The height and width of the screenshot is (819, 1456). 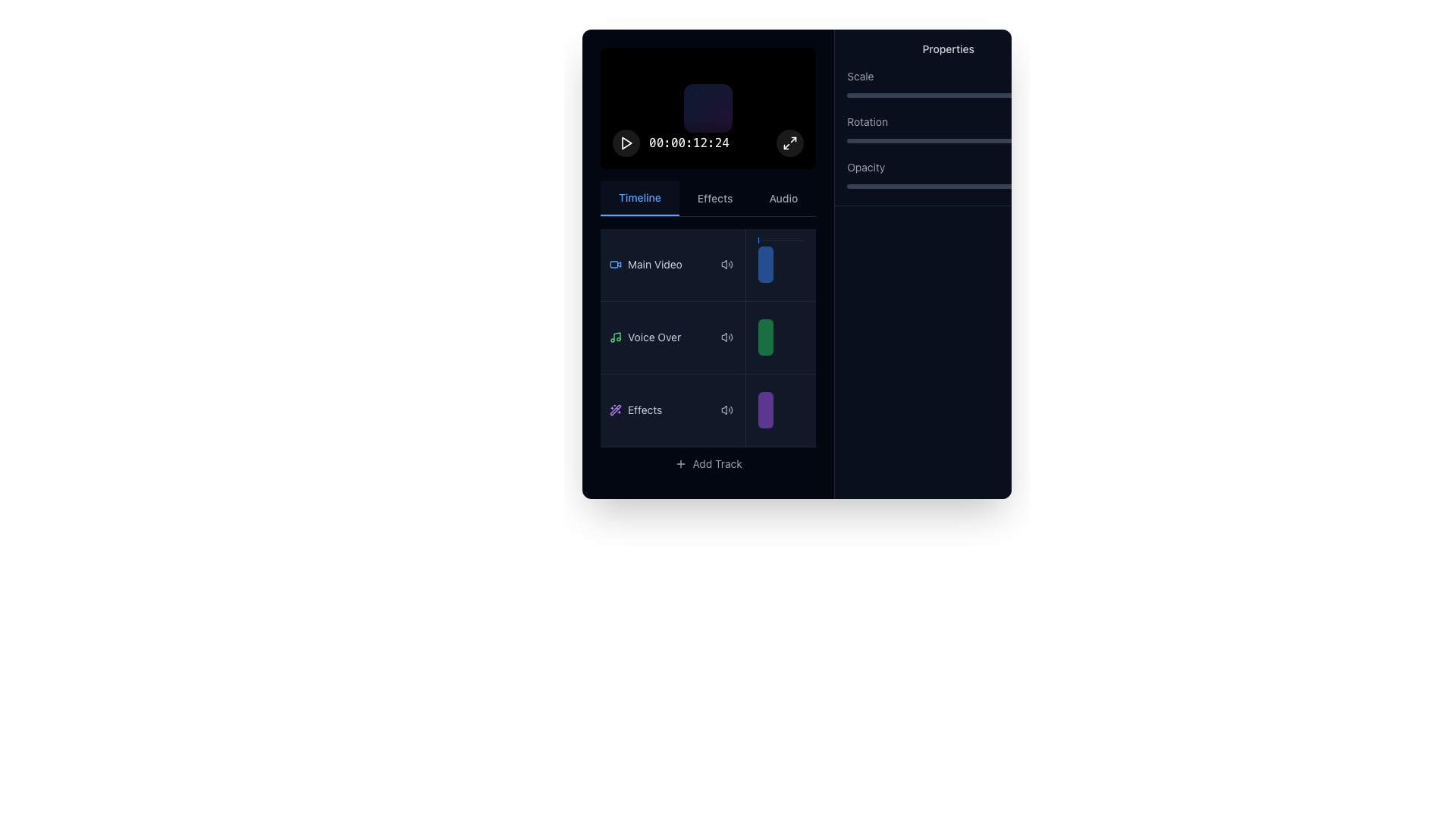 I want to click on the scale property, so click(x=941, y=96).